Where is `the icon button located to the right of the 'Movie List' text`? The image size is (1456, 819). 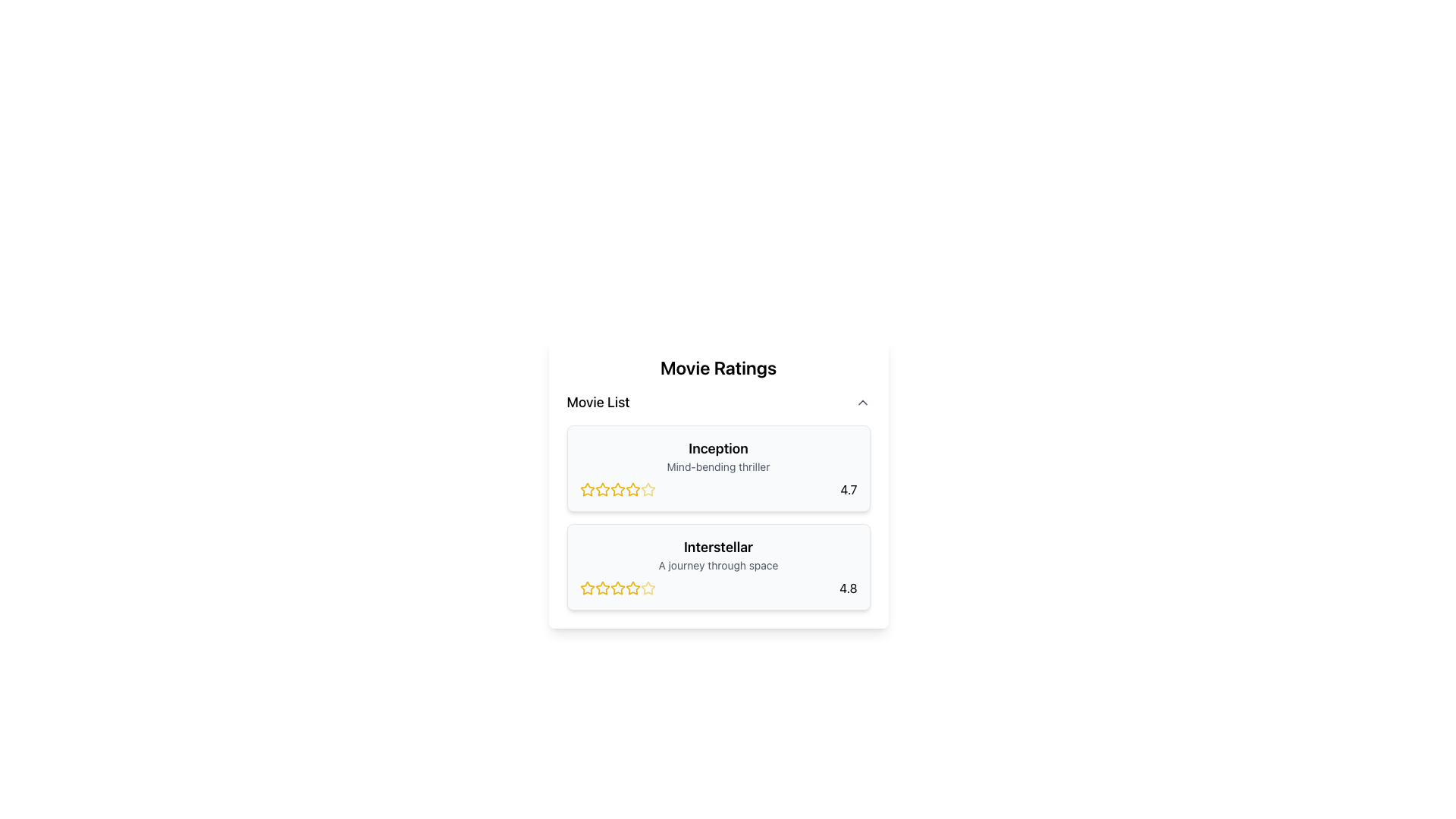
the icon button located to the right of the 'Movie List' text is located at coordinates (862, 402).